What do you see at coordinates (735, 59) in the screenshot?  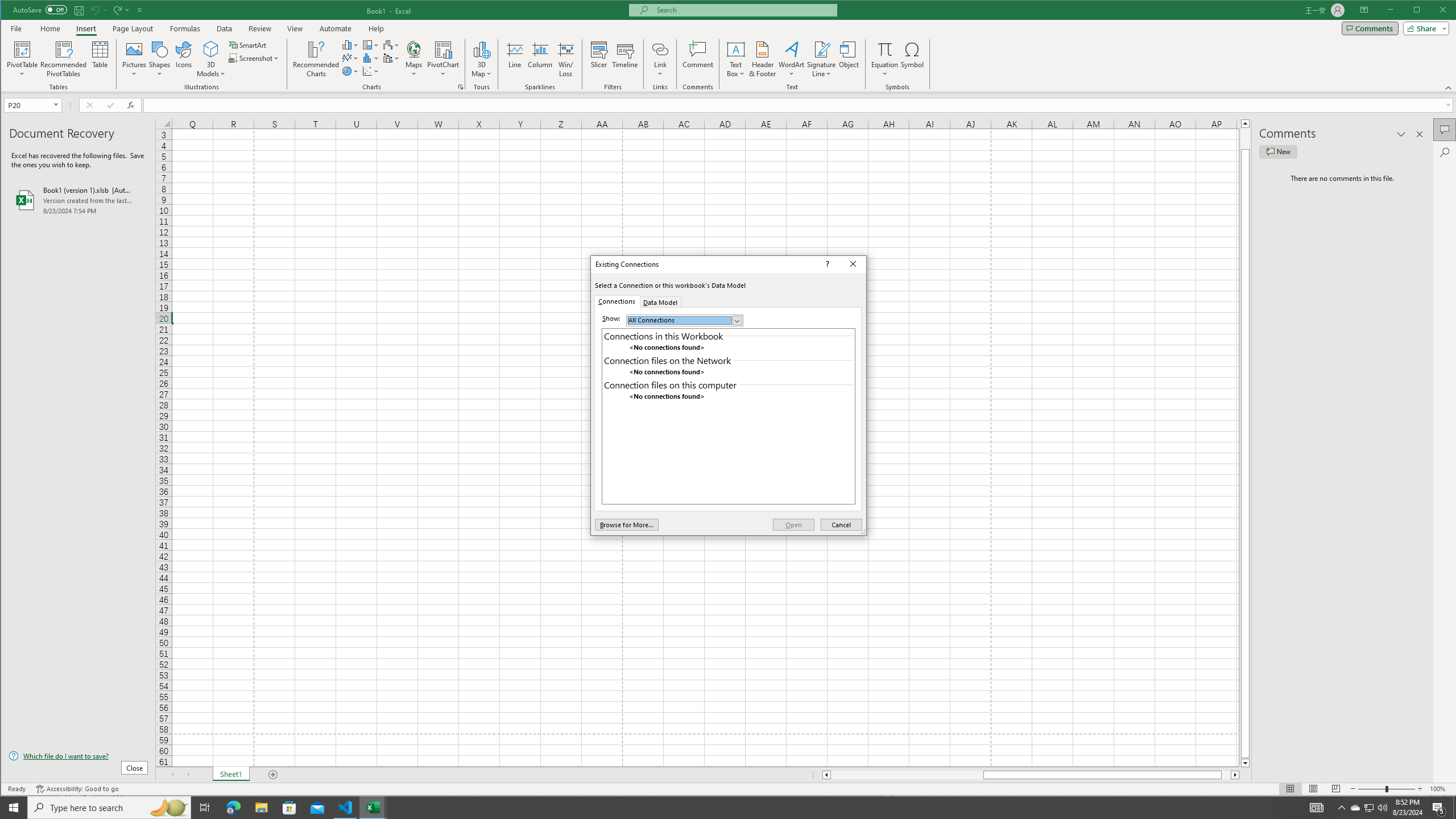 I see `'Text Box'` at bounding box center [735, 59].